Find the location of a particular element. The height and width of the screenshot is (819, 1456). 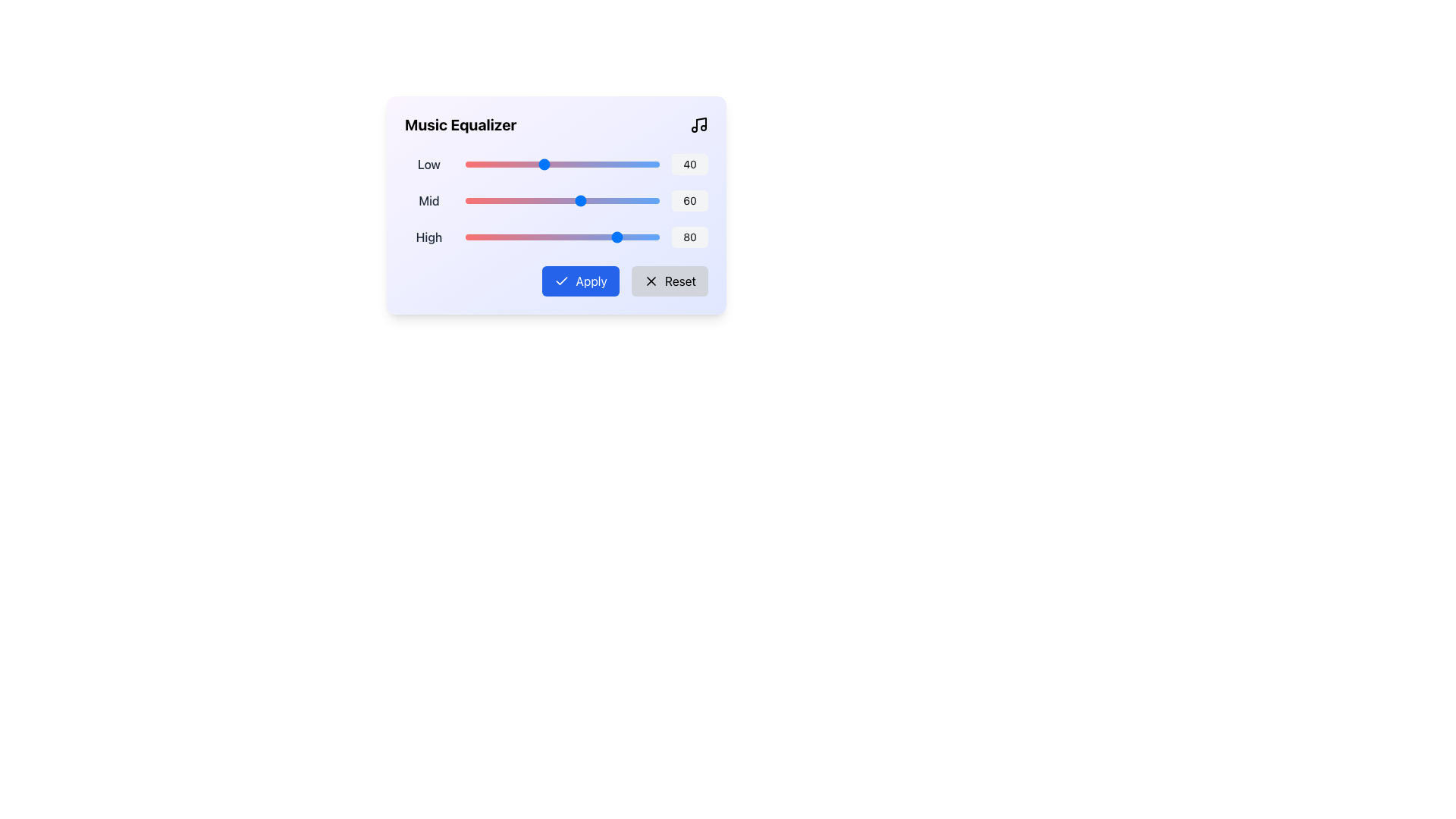

the 'Mid' equalizer slider is located at coordinates (480, 200).